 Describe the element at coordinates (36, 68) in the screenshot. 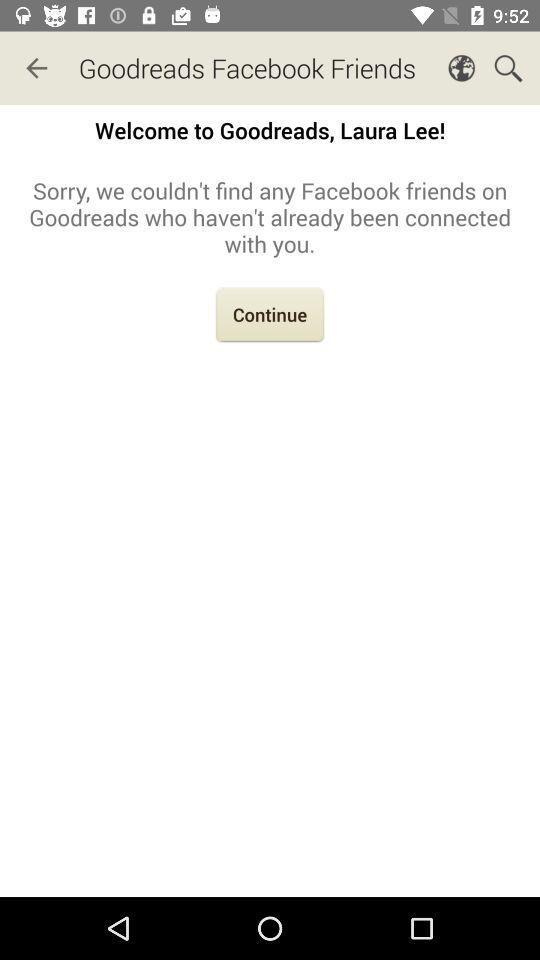

I see `the icon at the top left corner` at that location.